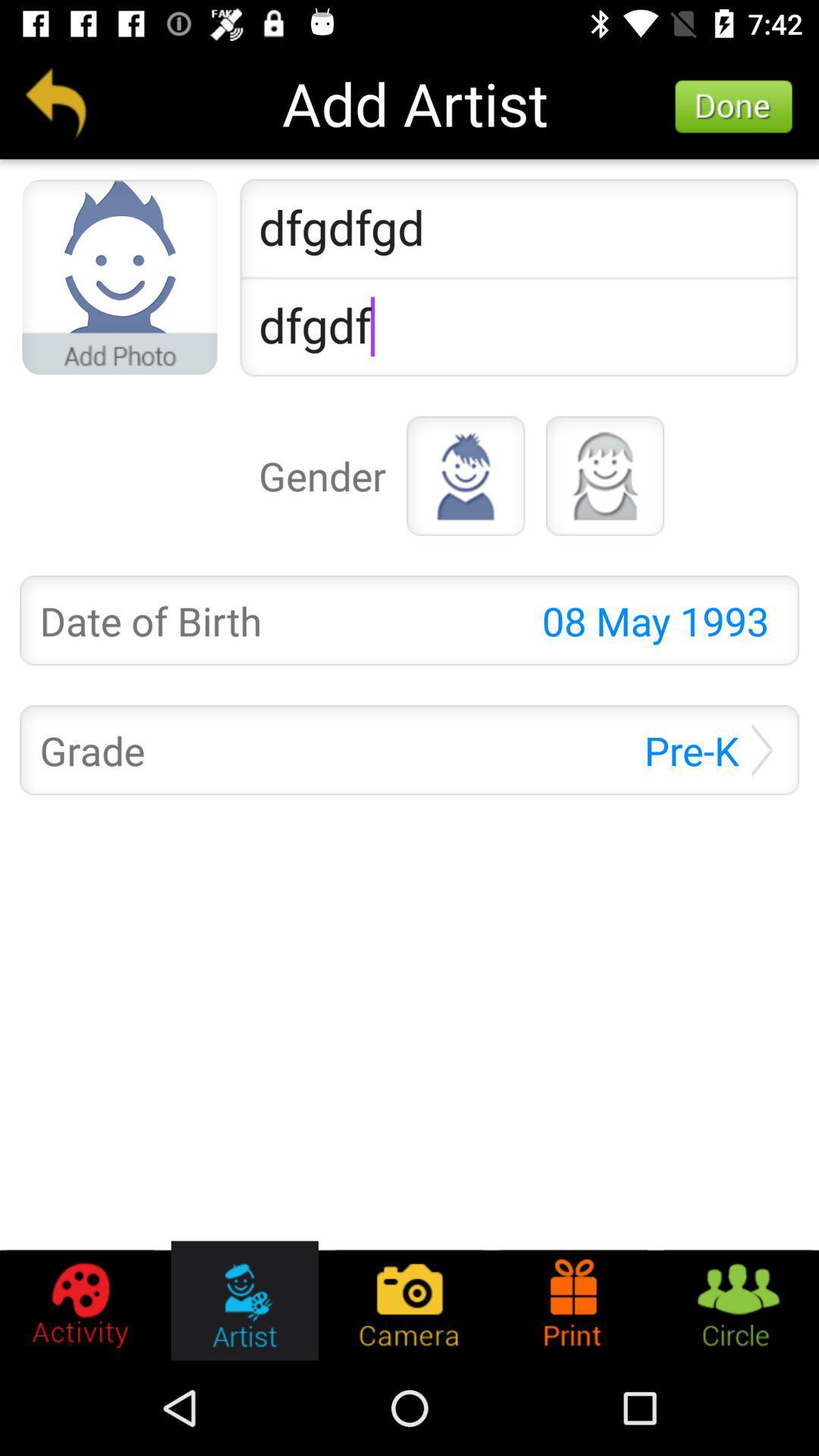  I want to click on the item above the dfgdfgd, so click(733, 106).